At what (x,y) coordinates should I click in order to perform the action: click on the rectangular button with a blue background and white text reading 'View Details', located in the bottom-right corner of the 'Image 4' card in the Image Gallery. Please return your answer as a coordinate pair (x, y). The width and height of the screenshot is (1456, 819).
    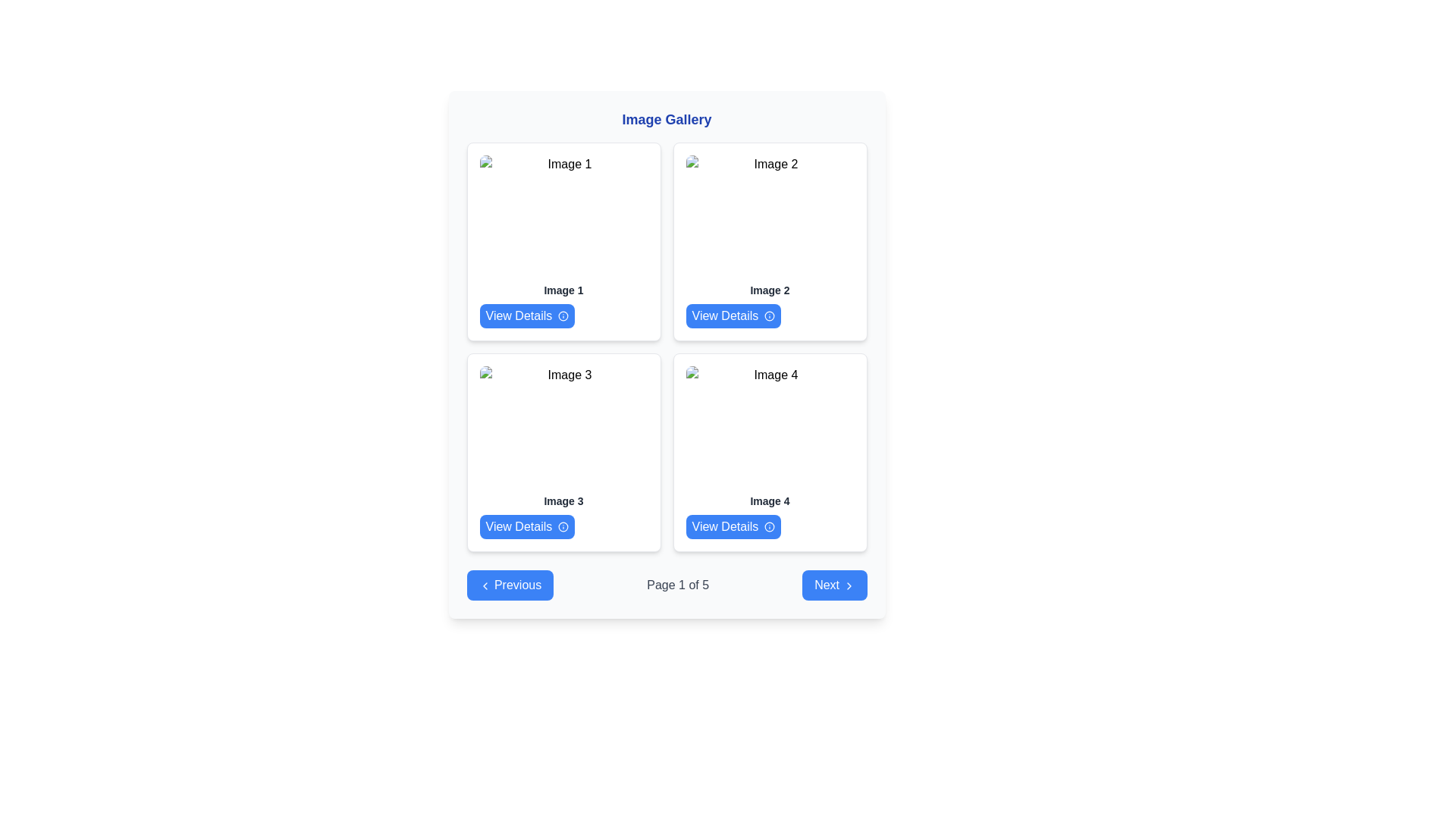
    Looking at the image, I should click on (733, 526).